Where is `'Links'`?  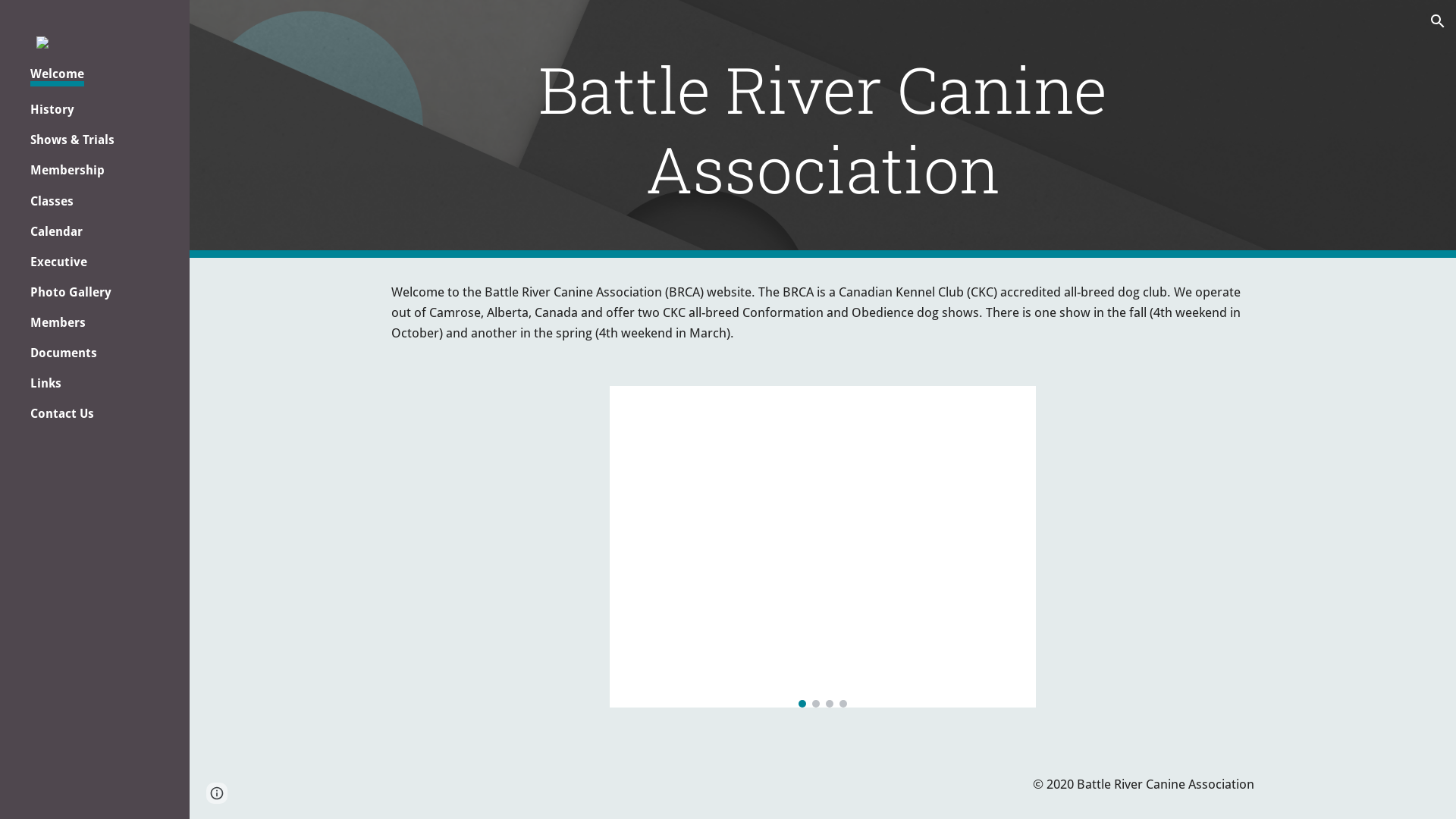
'Links' is located at coordinates (45, 382).